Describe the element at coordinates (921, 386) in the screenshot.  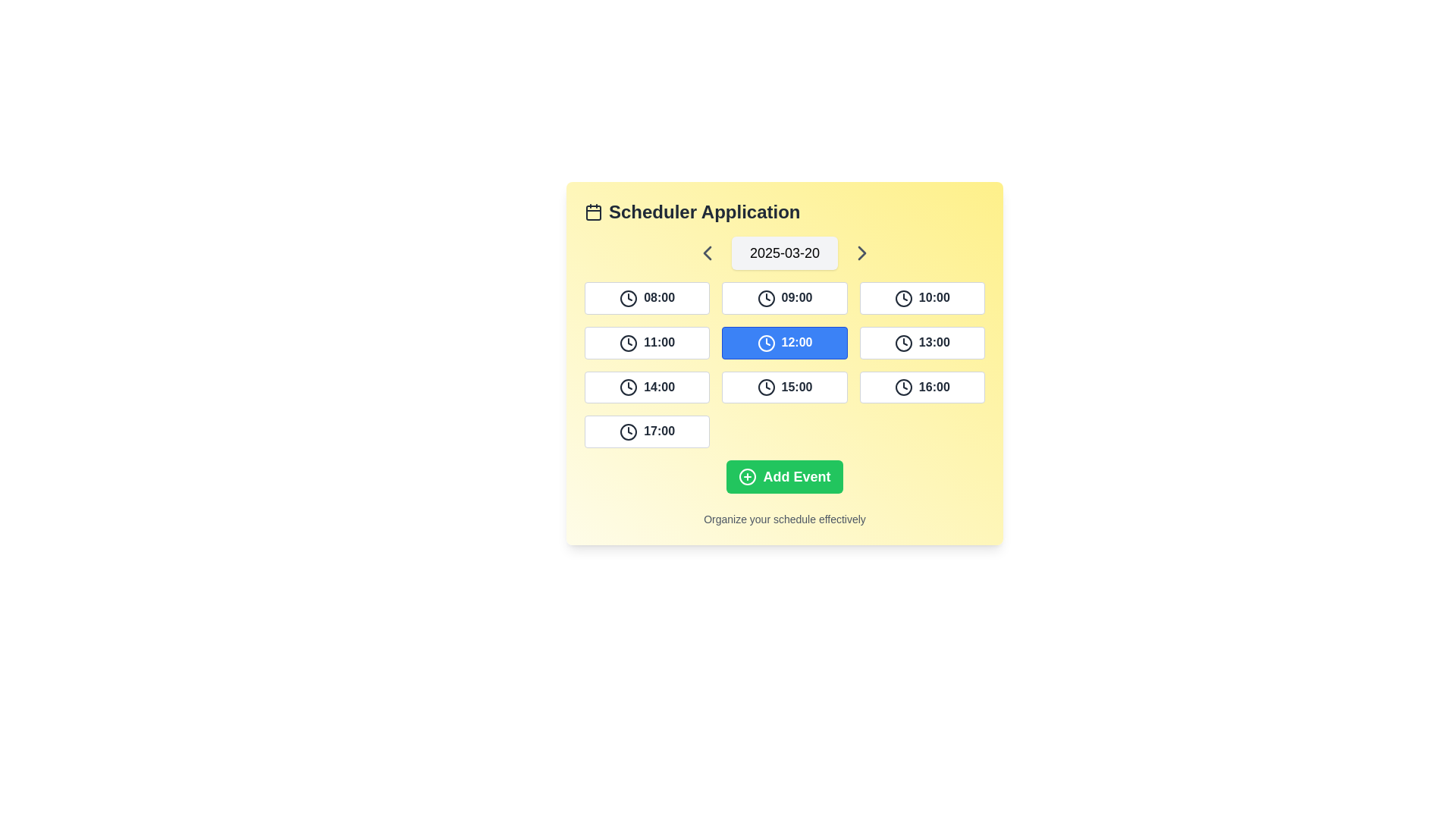
I see `the button labeled '16:00' with a clock icon, located` at that location.